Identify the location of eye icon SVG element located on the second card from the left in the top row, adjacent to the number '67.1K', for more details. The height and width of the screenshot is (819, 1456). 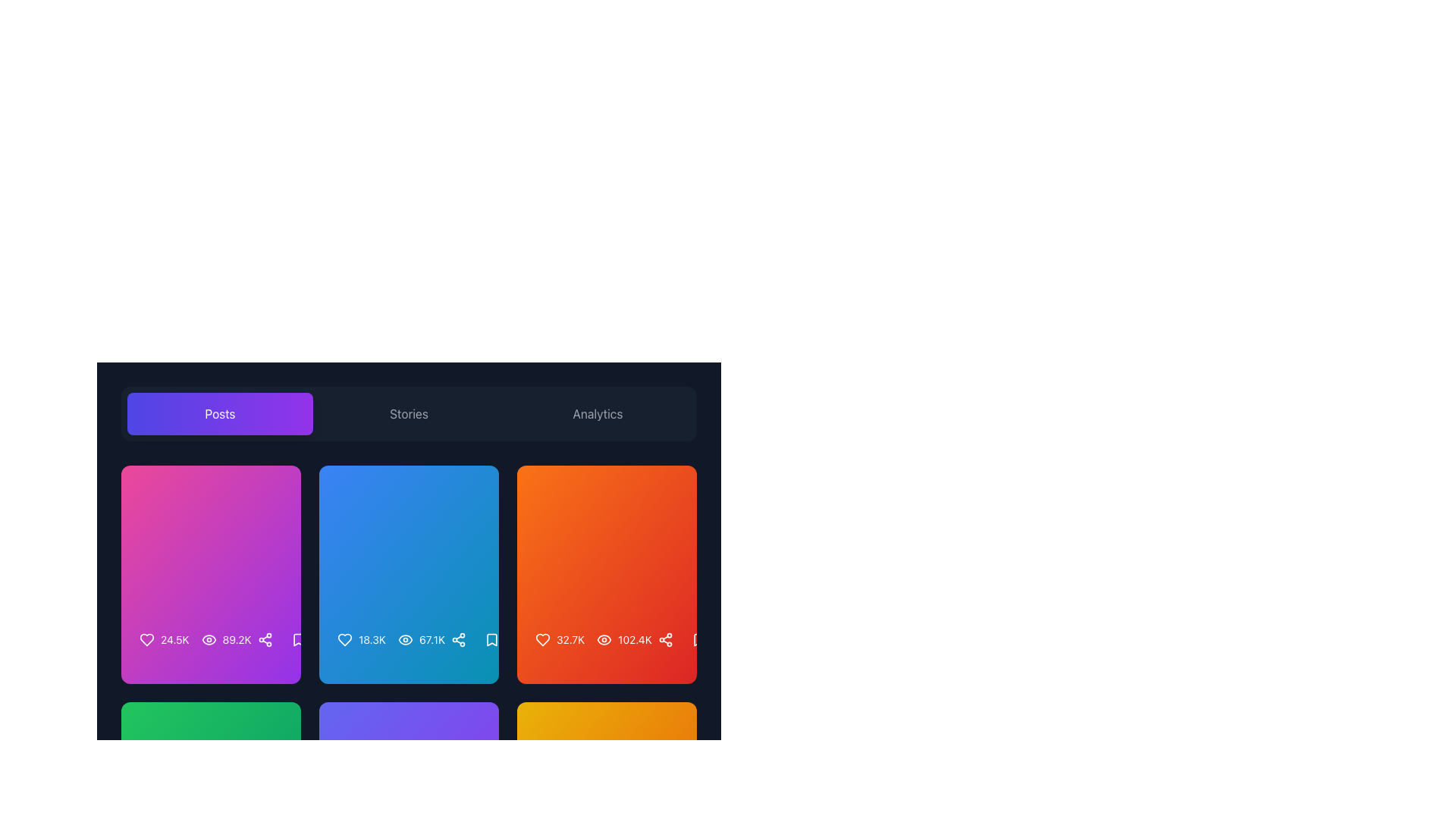
(405, 640).